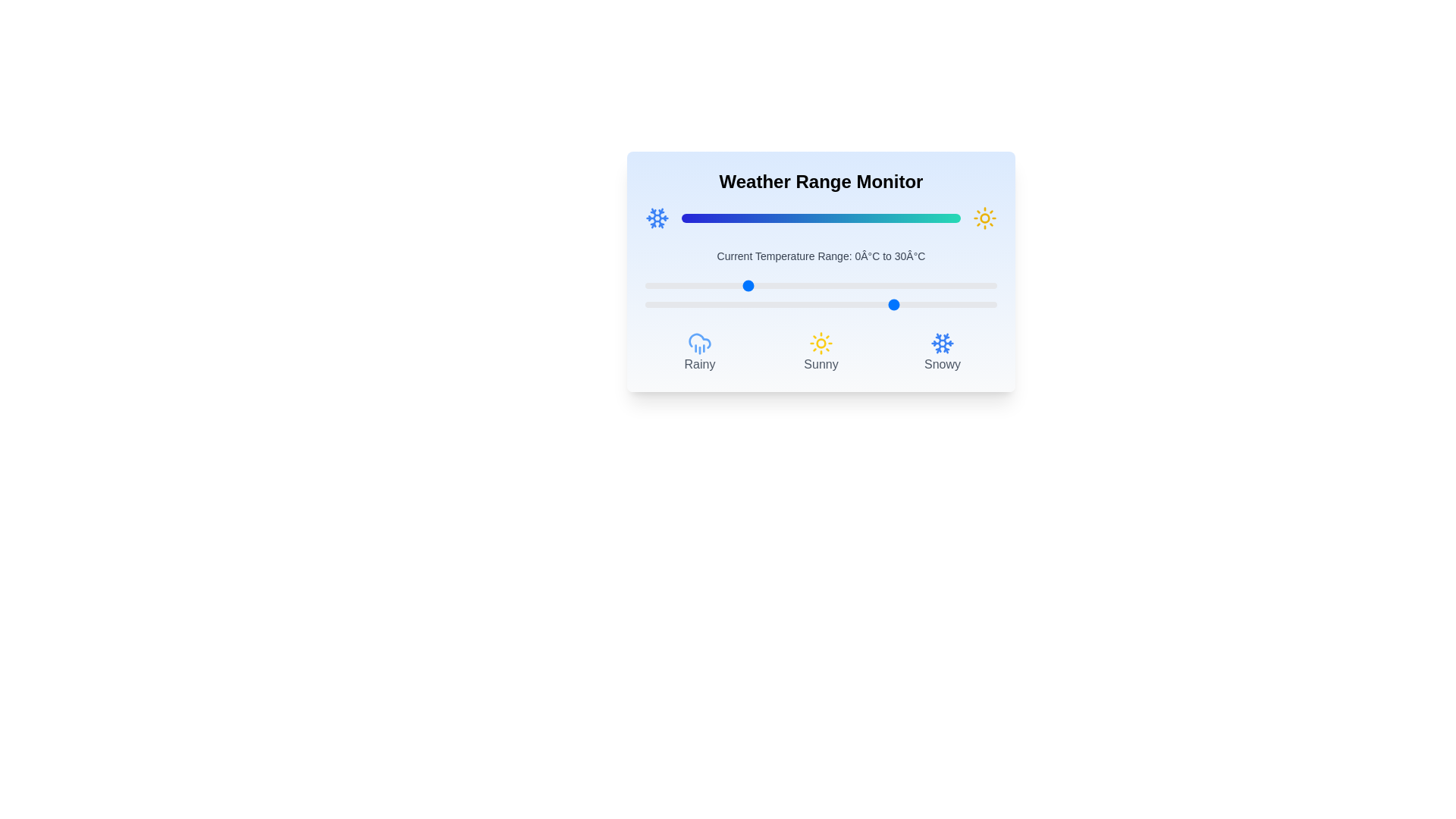  What do you see at coordinates (942, 343) in the screenshot?
I see `the snowy weather icon located in the bottom-right corner of the weather display card, which is positioned above the 'Snowy' label text` at bounding box center [942, 343].